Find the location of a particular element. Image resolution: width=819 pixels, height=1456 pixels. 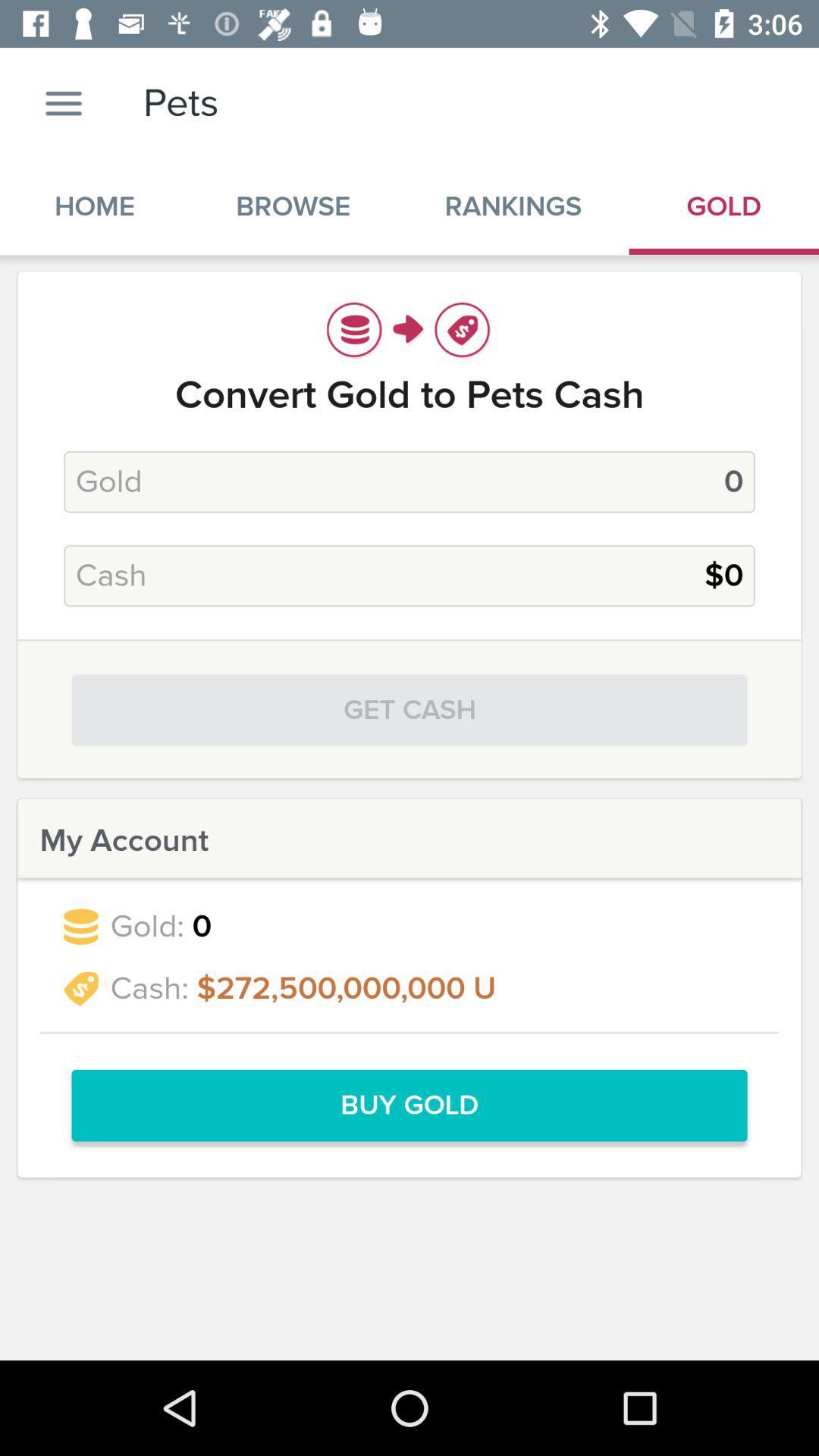

the buy gold icon is located at coordinates (409, 1106).